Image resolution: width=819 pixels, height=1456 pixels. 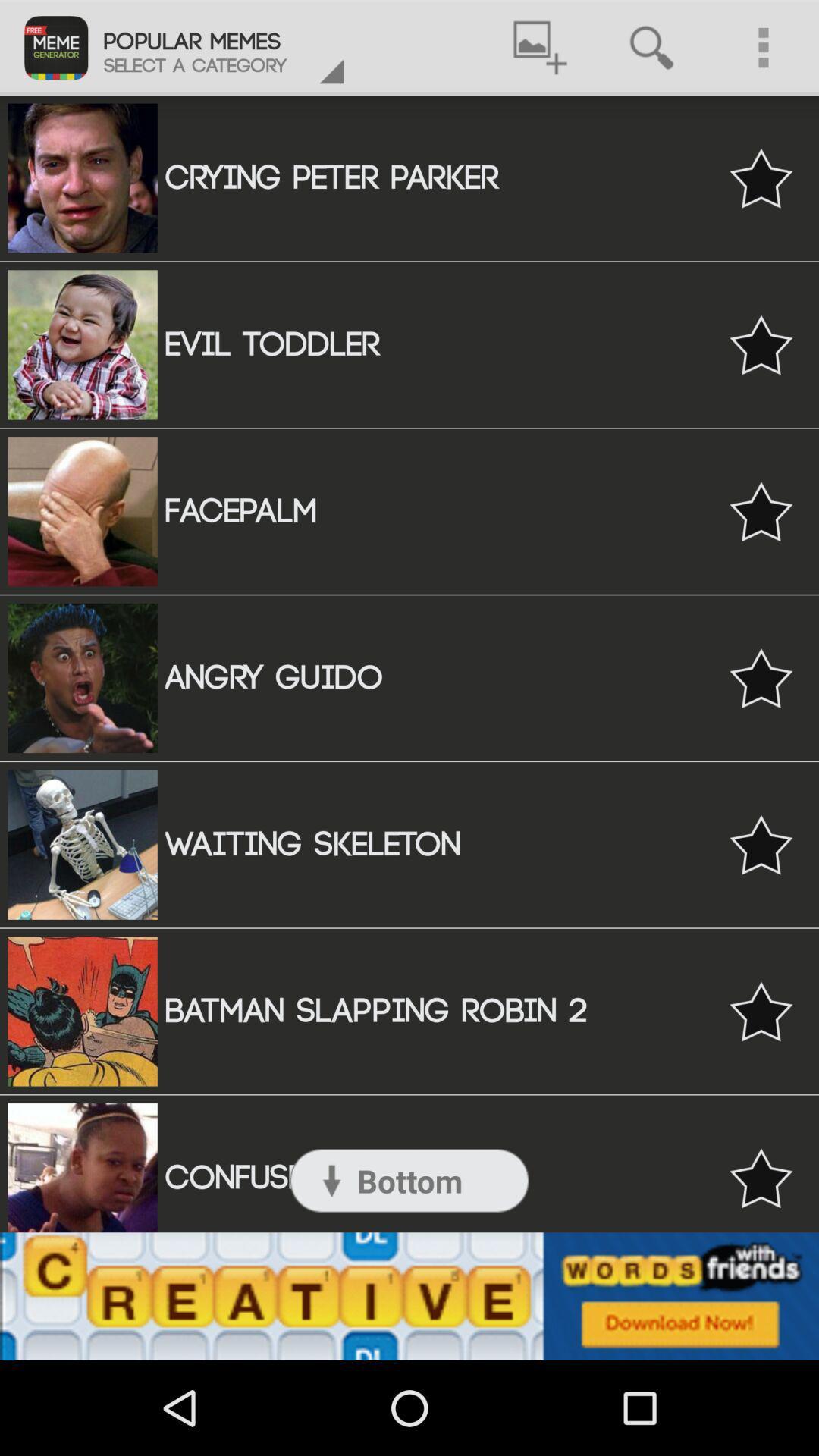 I want to click on bookmark, so click(x=761, y=178).